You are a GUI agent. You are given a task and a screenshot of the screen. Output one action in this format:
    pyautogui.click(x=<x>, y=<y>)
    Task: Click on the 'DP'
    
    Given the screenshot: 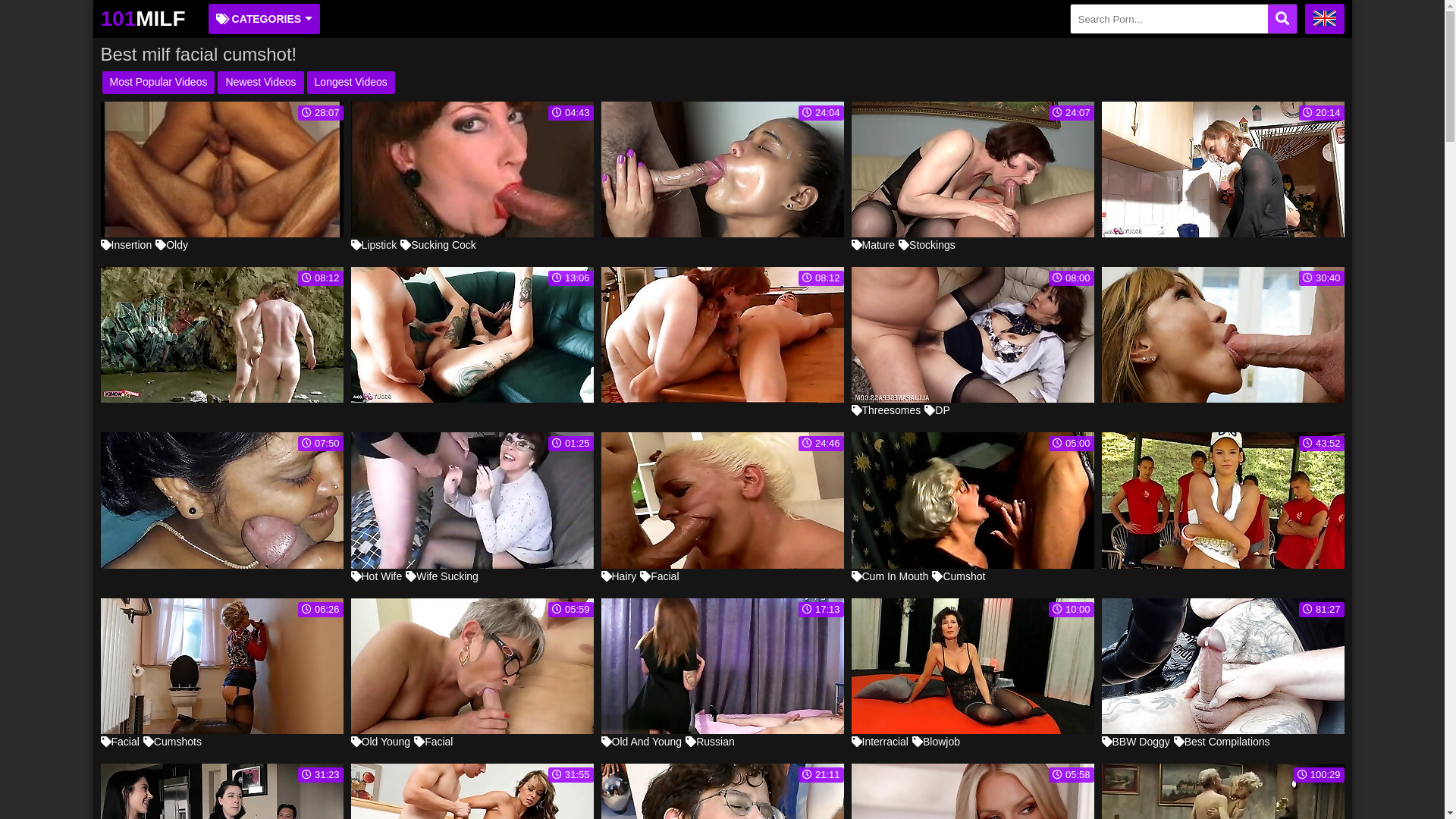 What is the action you would take?
    pyautogui.click(x=924, y=409)
    